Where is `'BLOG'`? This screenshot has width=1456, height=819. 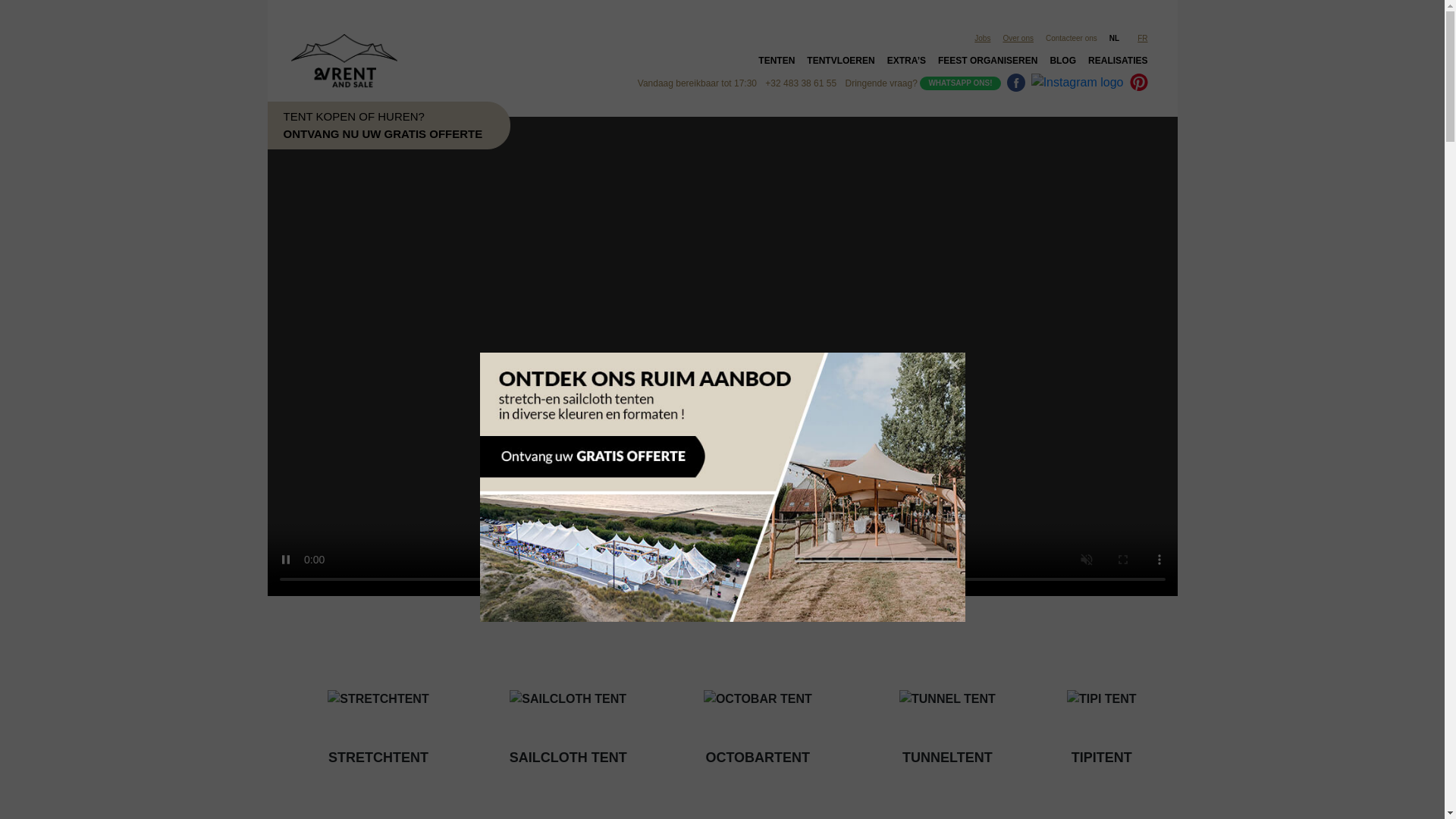
'BLOG' is located at coordinates (1062, 63).